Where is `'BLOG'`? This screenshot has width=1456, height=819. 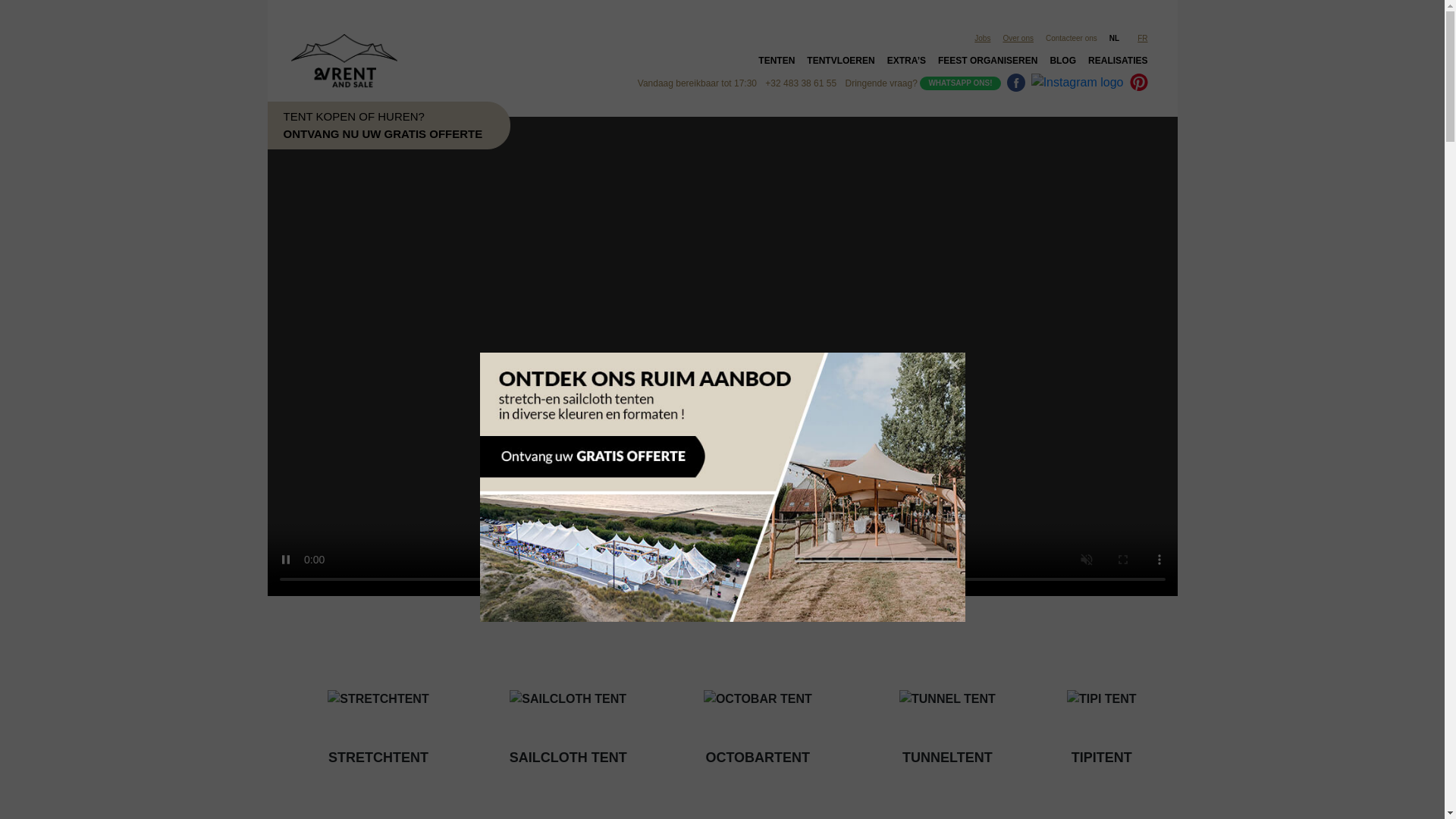
'BLOG' is located at coordinates (1062, 63).